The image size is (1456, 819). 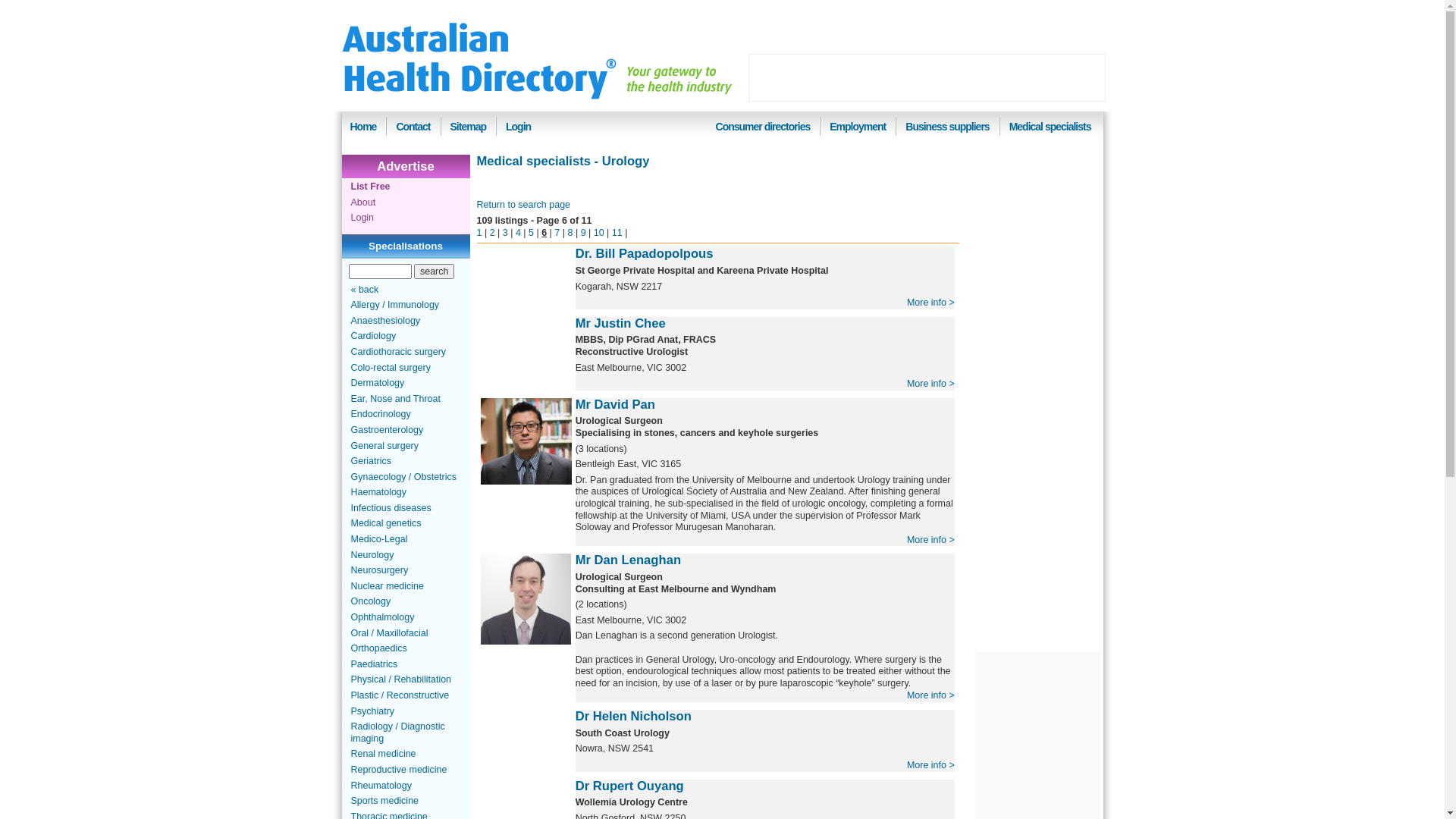 I want to click on 'Medical genetics', so click(x=349, y=522).